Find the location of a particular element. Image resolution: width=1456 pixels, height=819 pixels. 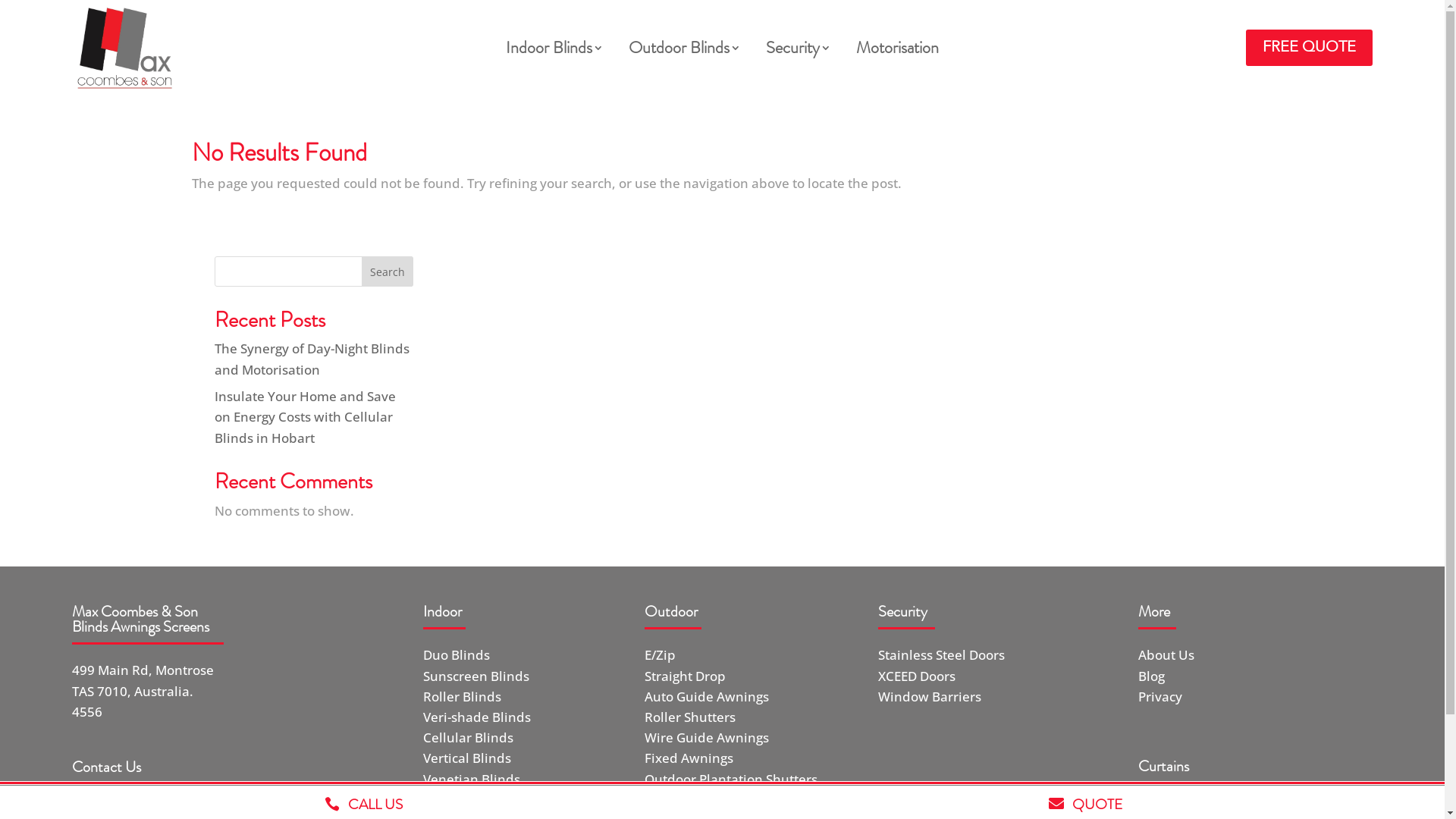

'QUOTE' is located at coordinates (1097, 803).